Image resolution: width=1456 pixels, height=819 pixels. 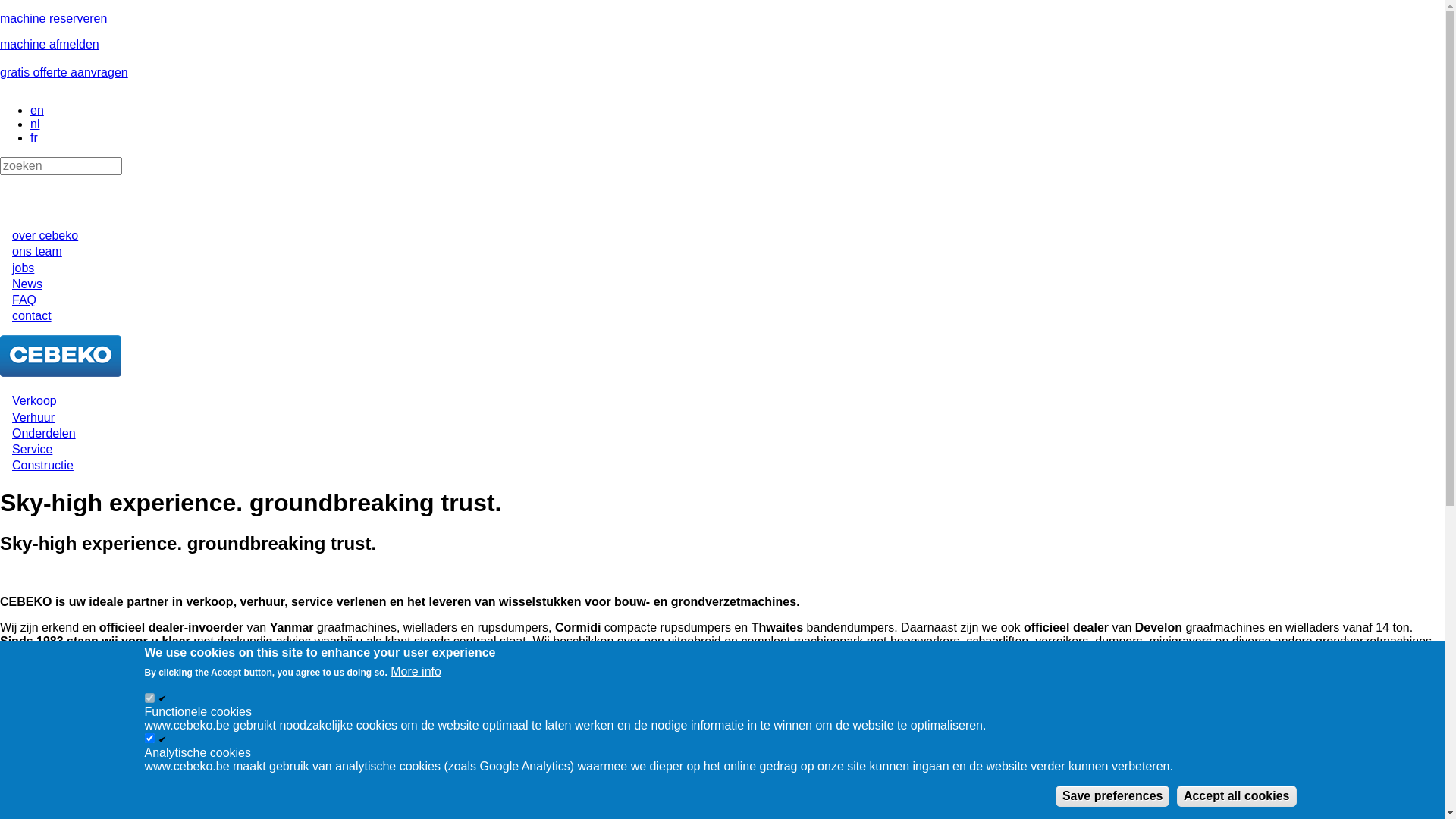 I want to click on 'over cebeko', so click(x=45, y=235).